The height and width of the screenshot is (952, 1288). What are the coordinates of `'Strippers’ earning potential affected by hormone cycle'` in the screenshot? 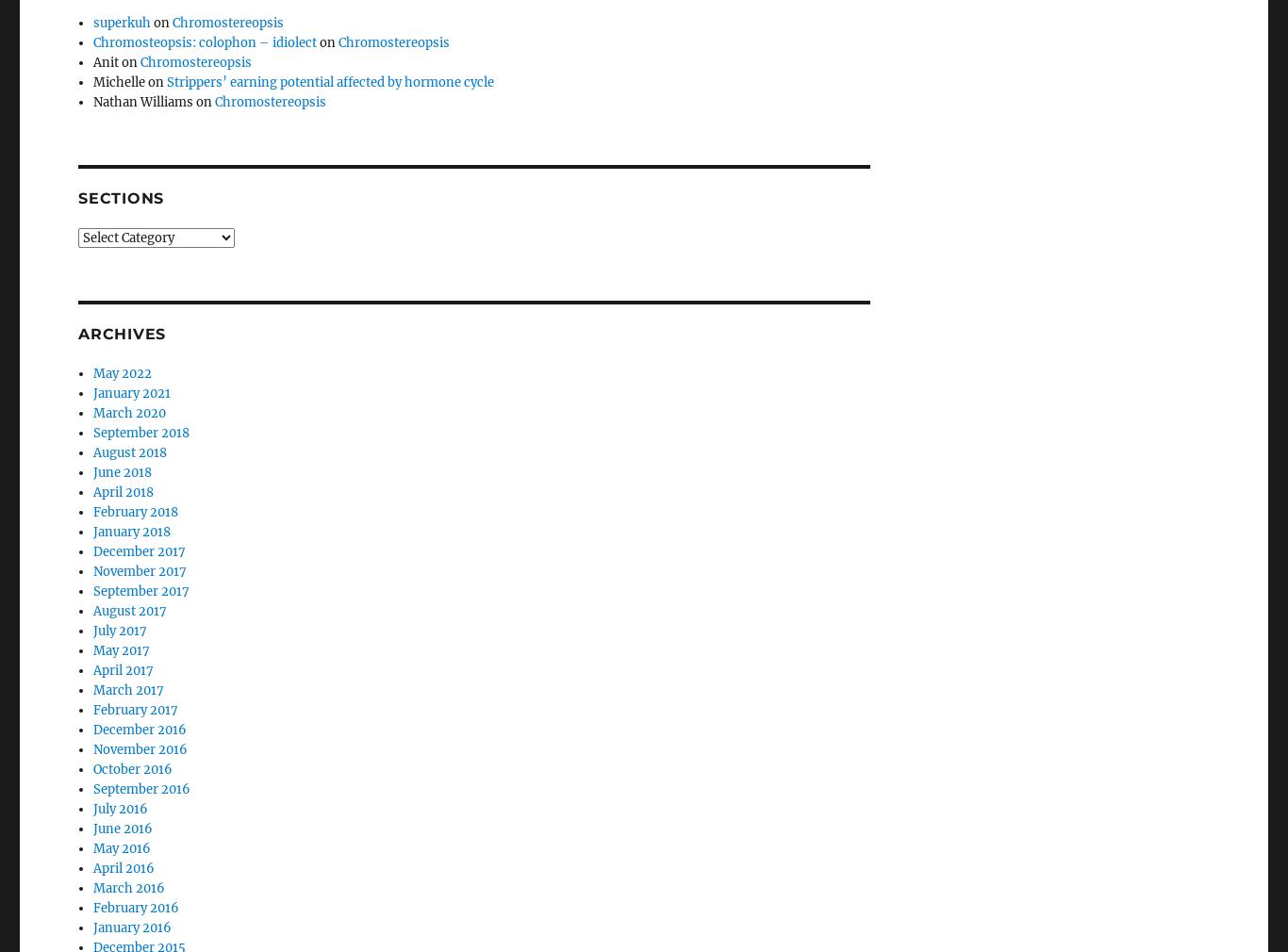 It's located at (329, 29).